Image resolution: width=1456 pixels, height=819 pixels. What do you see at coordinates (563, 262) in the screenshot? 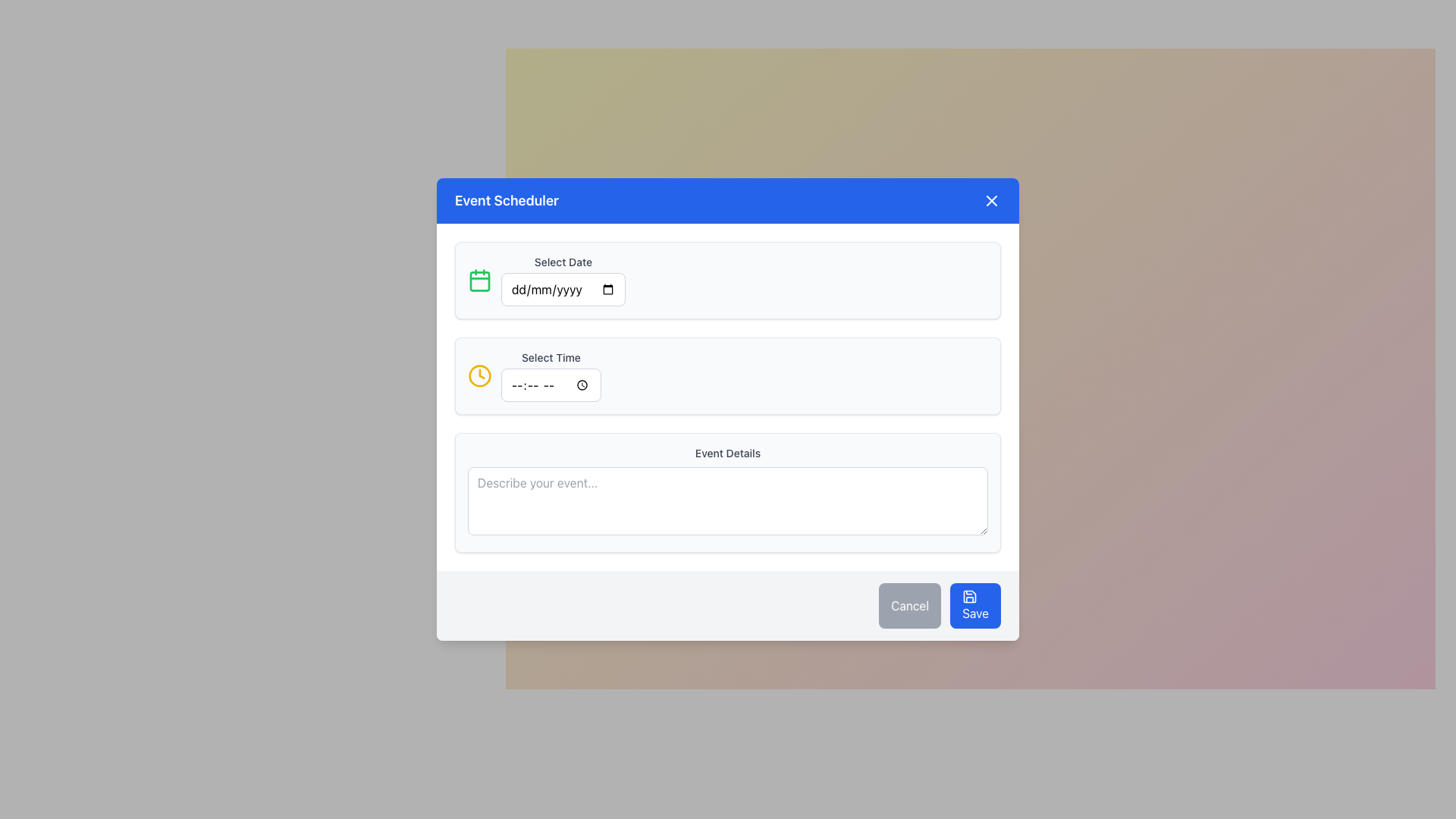
I see `the text label indicating the date input field in the 'Event Scheduler' dialog, located near the top-left corner and directly above the date input field` at bounding box center [563, 262].